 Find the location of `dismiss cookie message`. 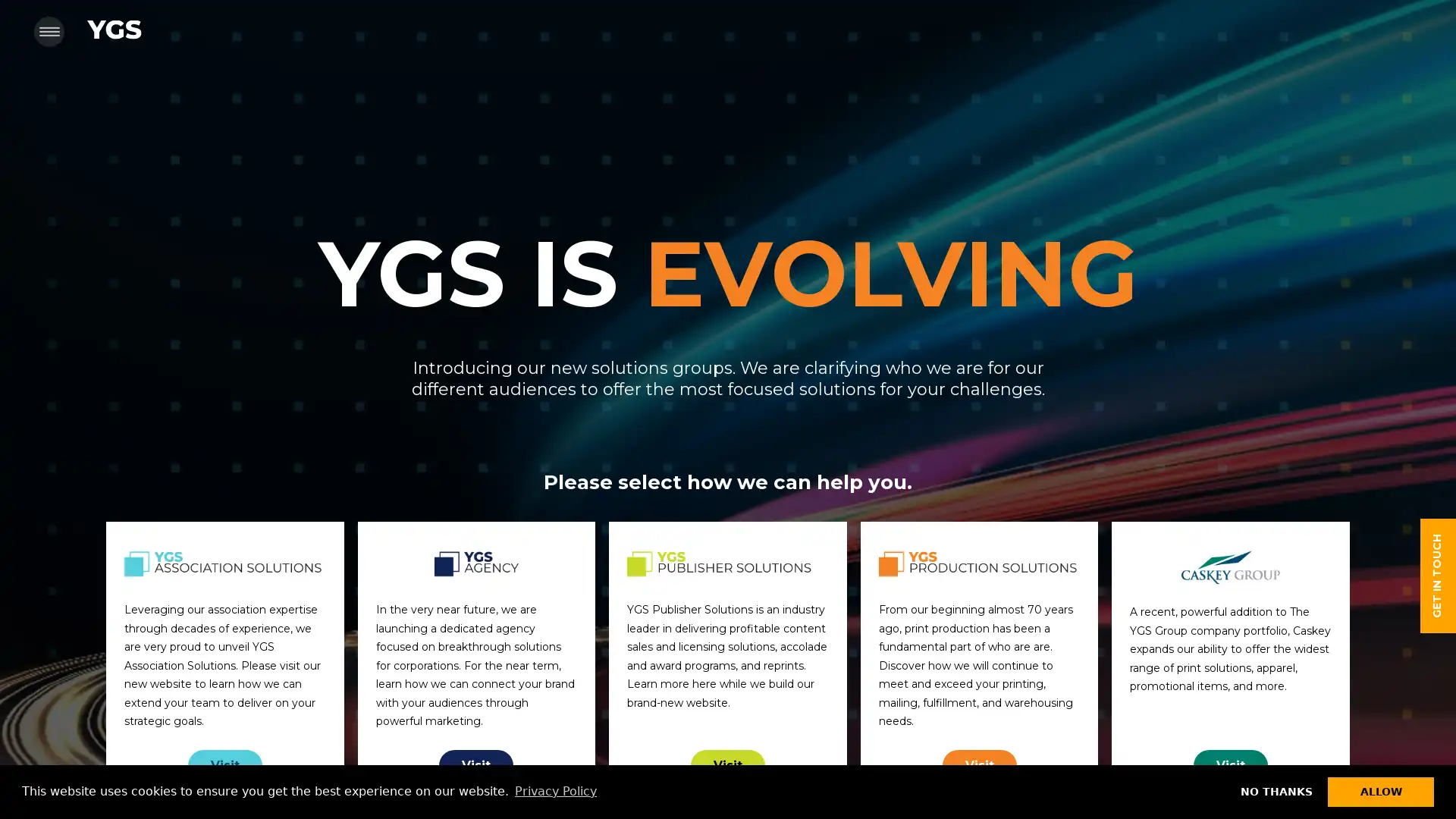

dismiss cookie message is located at coordinates (1275, 791).